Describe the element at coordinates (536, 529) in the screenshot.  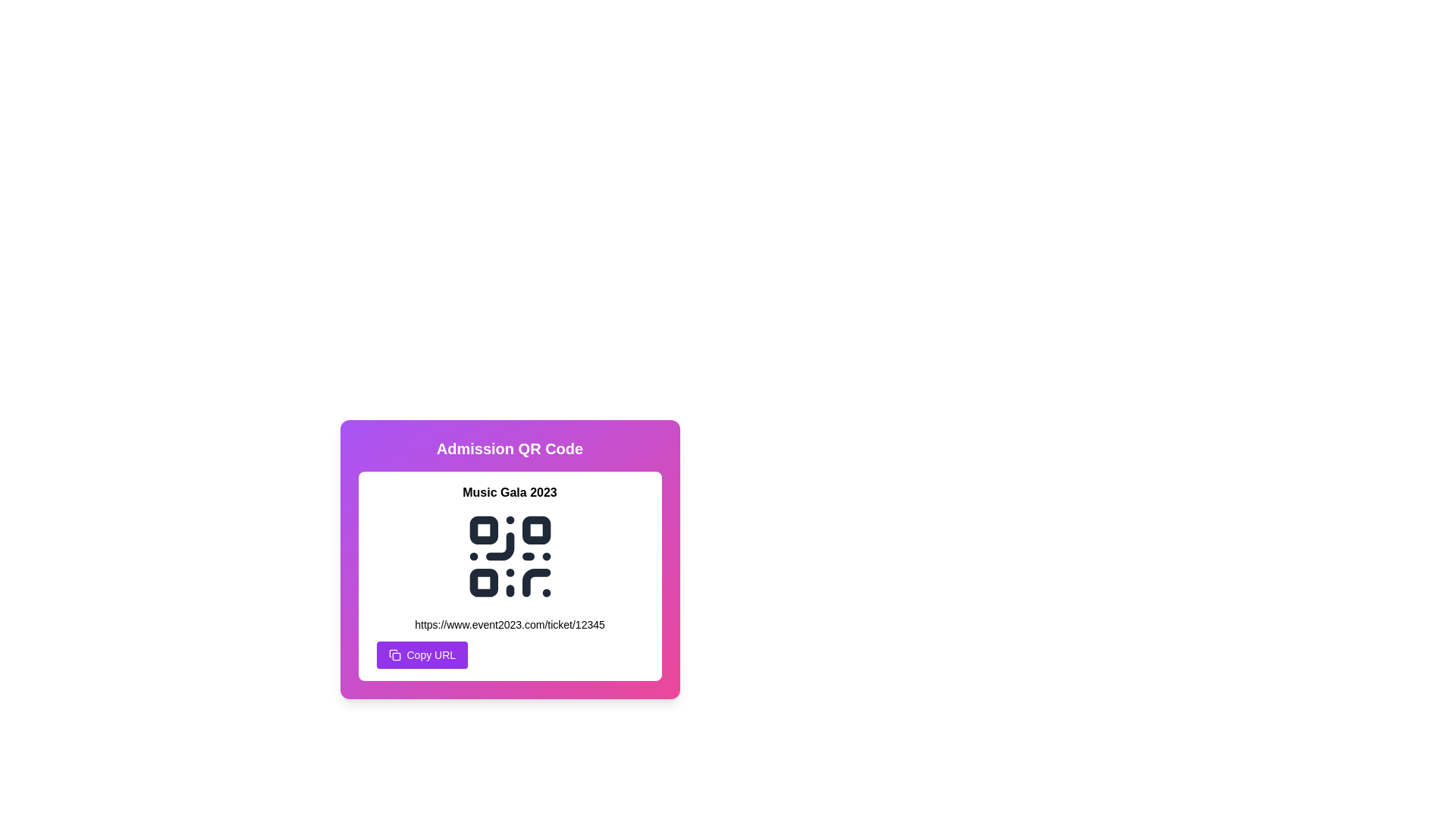
I see `the visual structure of the second small square with rounded corners, styled as a glyph-like component, located in the top-right of the QR code layout` at that location.